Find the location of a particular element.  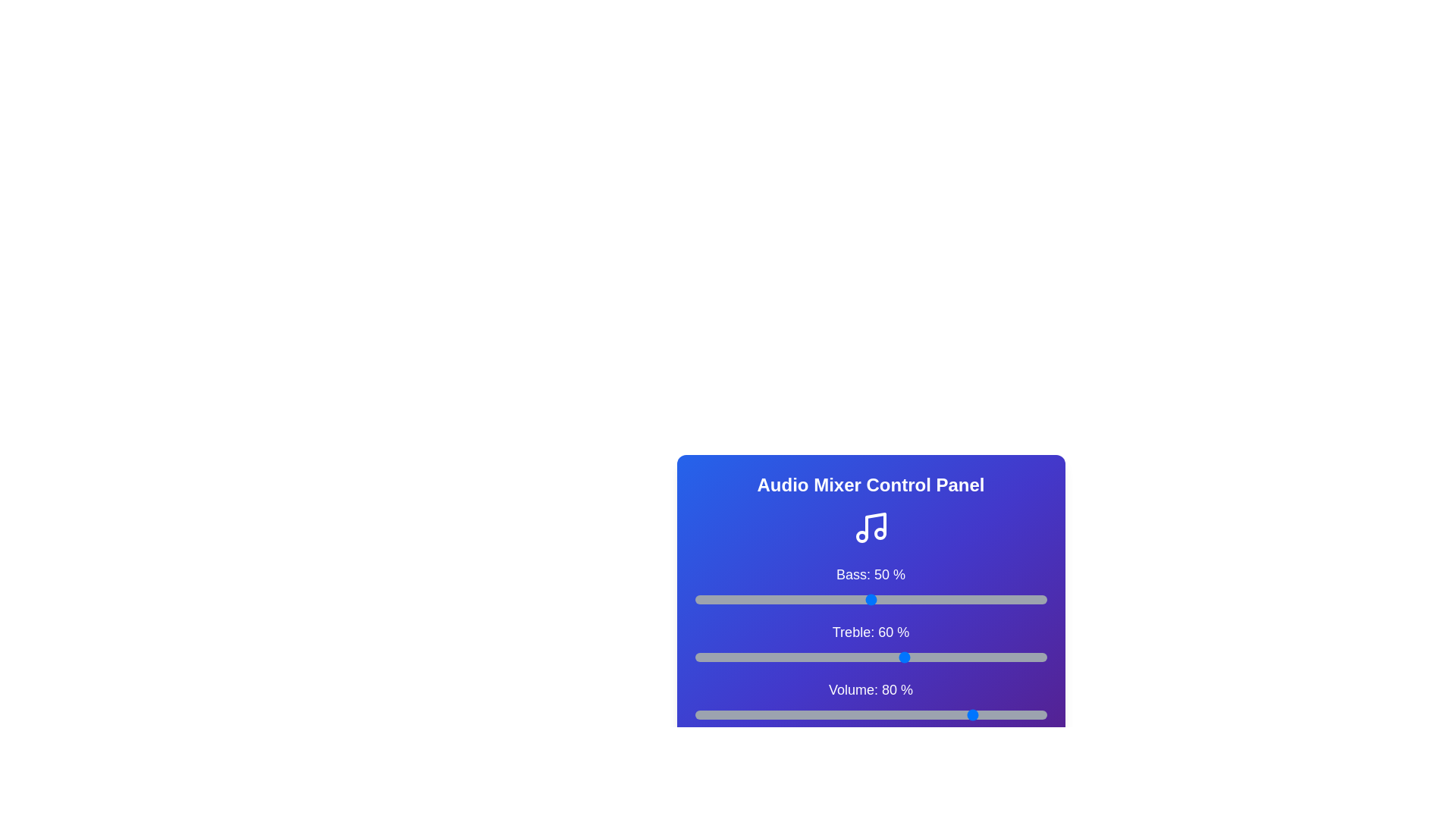

the treble slider to 90% is located at coordinates (1012, 657).